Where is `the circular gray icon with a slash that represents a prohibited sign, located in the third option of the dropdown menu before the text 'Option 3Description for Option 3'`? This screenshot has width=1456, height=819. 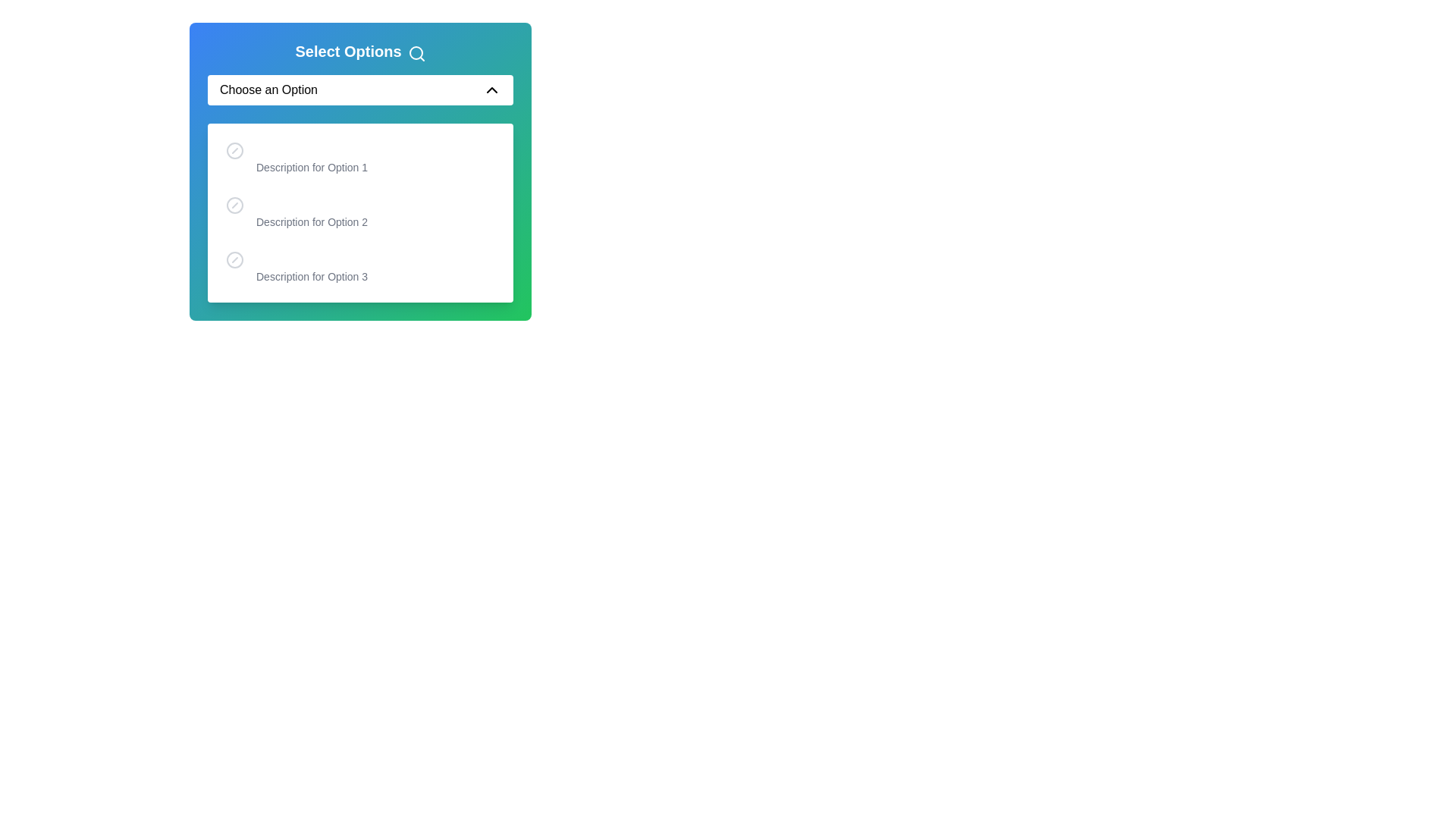
the circular gray icon with a slash that represents a prohibited sign, located in the third option of the dropdown menu before the text 'Option 3Description for Option 3' is located at coordinates (234, 259).